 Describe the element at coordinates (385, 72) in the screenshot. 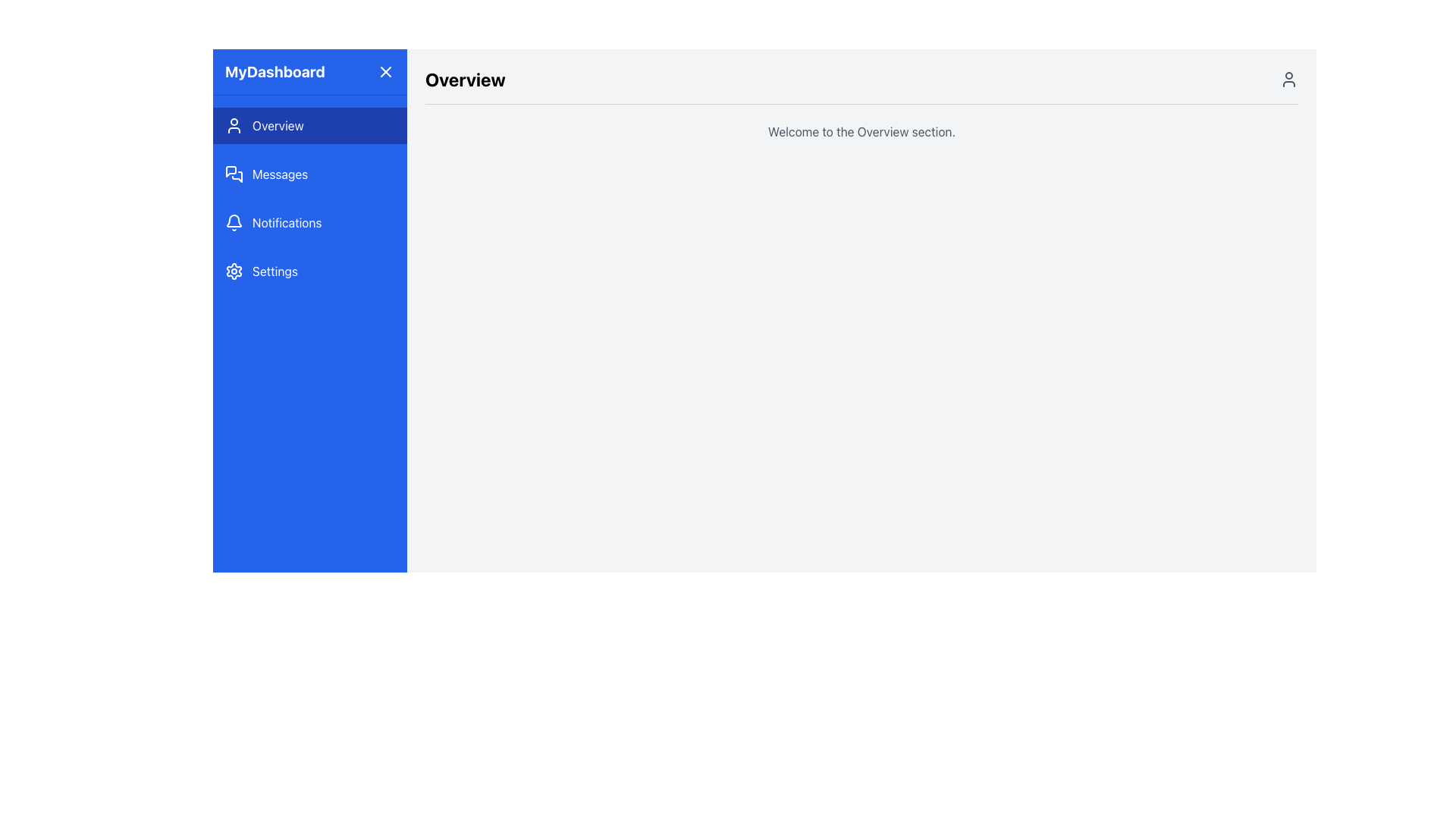

I see `the close button located at the top-right corner of the sidebar header labeled 'MyDashboard'` at that location.